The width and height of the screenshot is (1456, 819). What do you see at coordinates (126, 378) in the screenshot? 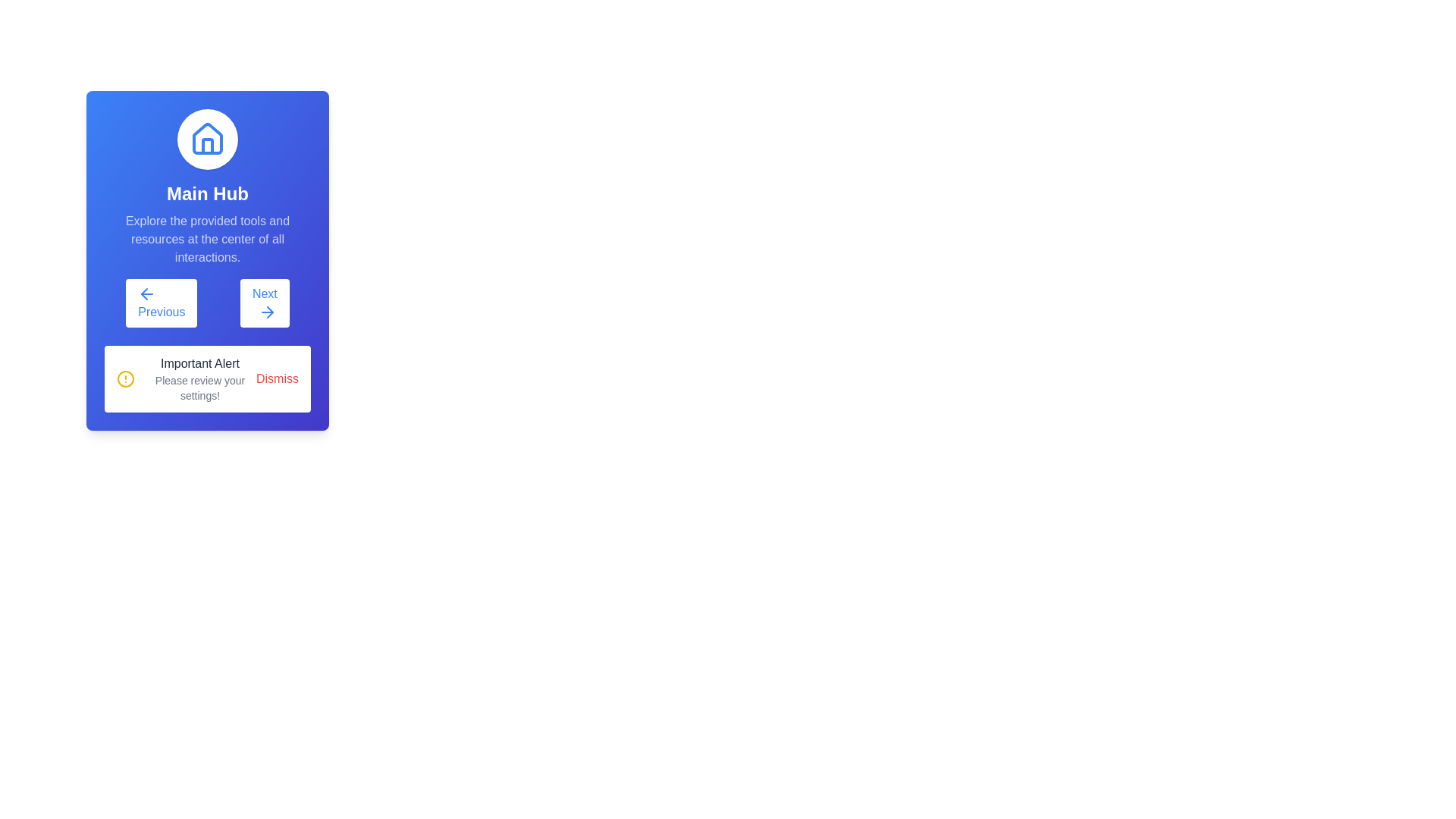
I see `the decorative circular warning icon located in the 'Important Alert' section at the bottom of the interface card` at bounding box center [126, 378].